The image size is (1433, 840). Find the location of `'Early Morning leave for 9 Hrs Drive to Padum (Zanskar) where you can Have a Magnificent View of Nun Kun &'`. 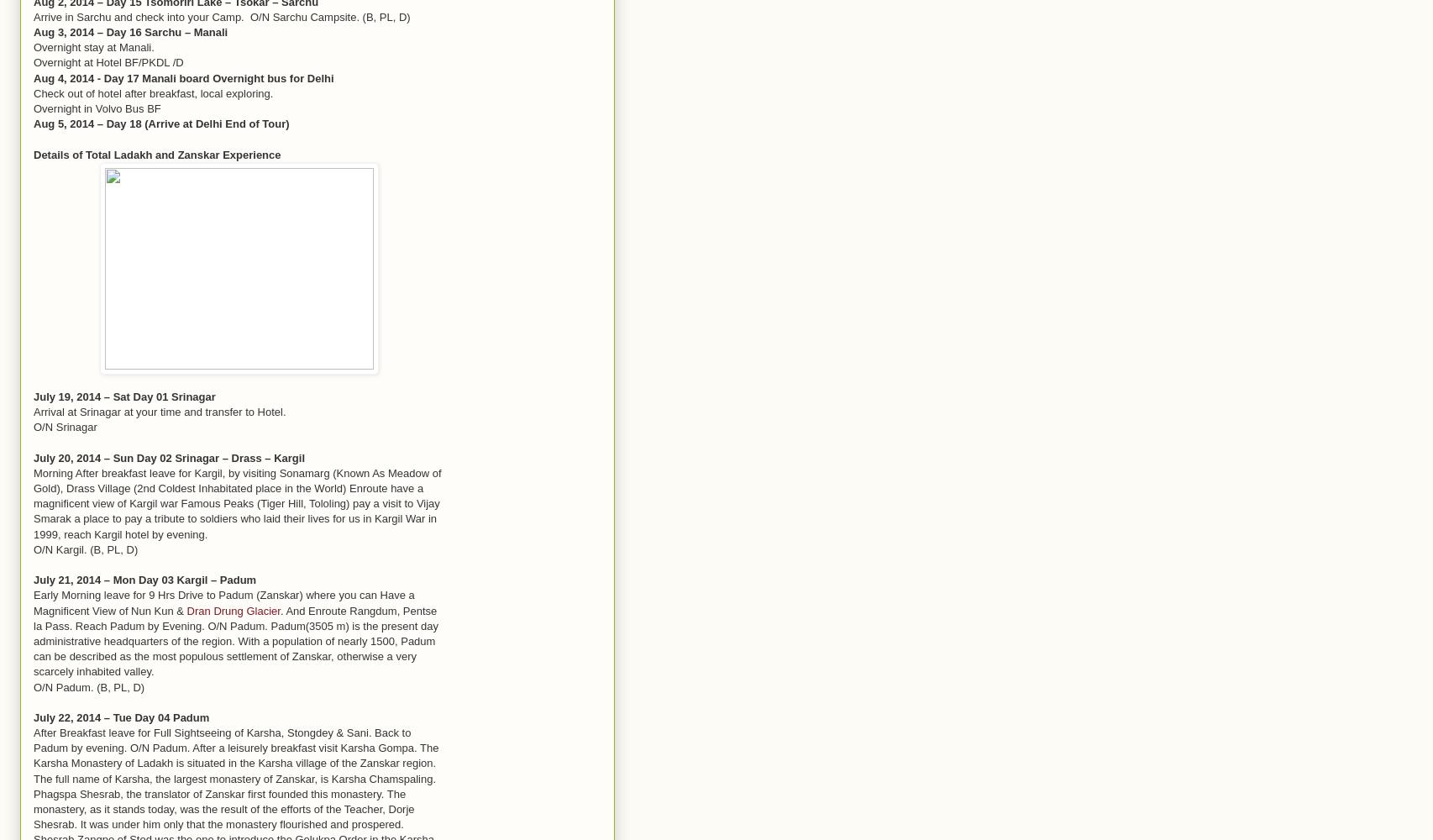

'Early Morning leave for 9 Hrs Drive to Padum (Zanskar) where you can Have a Magnificent View of Nun Kun &' is located at coordinates (223, 601).